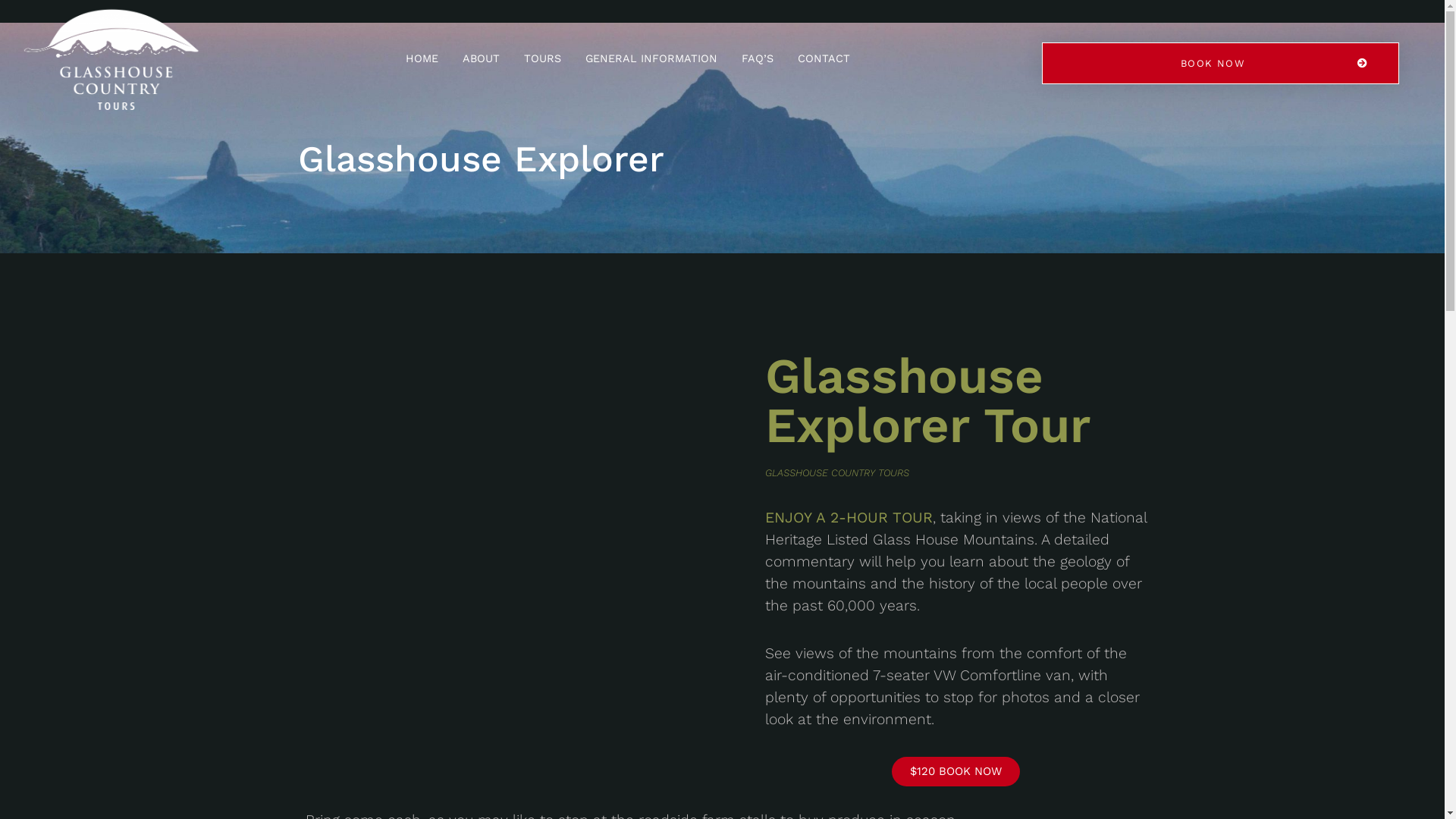 The image size is (1456, 819). Describe the element at coordinates (422, 58) in the screenshot. I see `'HOME'` at that location.